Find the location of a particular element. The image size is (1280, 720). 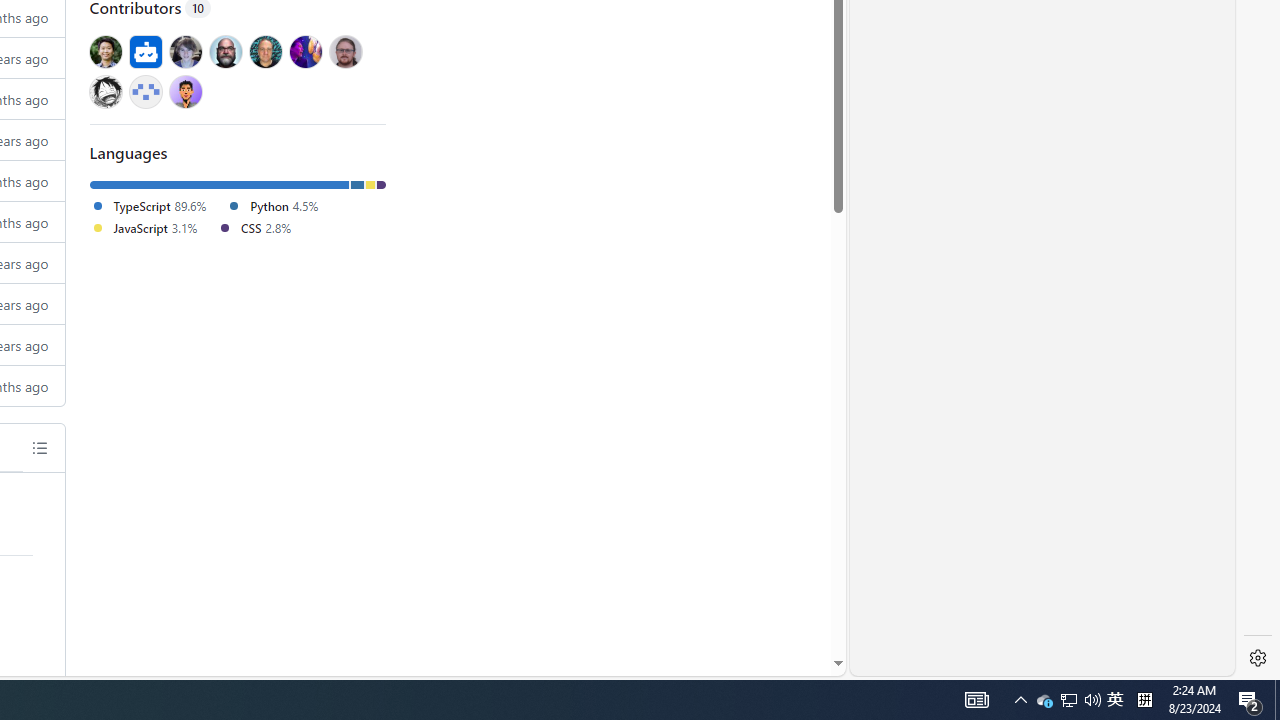

'Python 4.5%' is located at coordinates (271, 205).